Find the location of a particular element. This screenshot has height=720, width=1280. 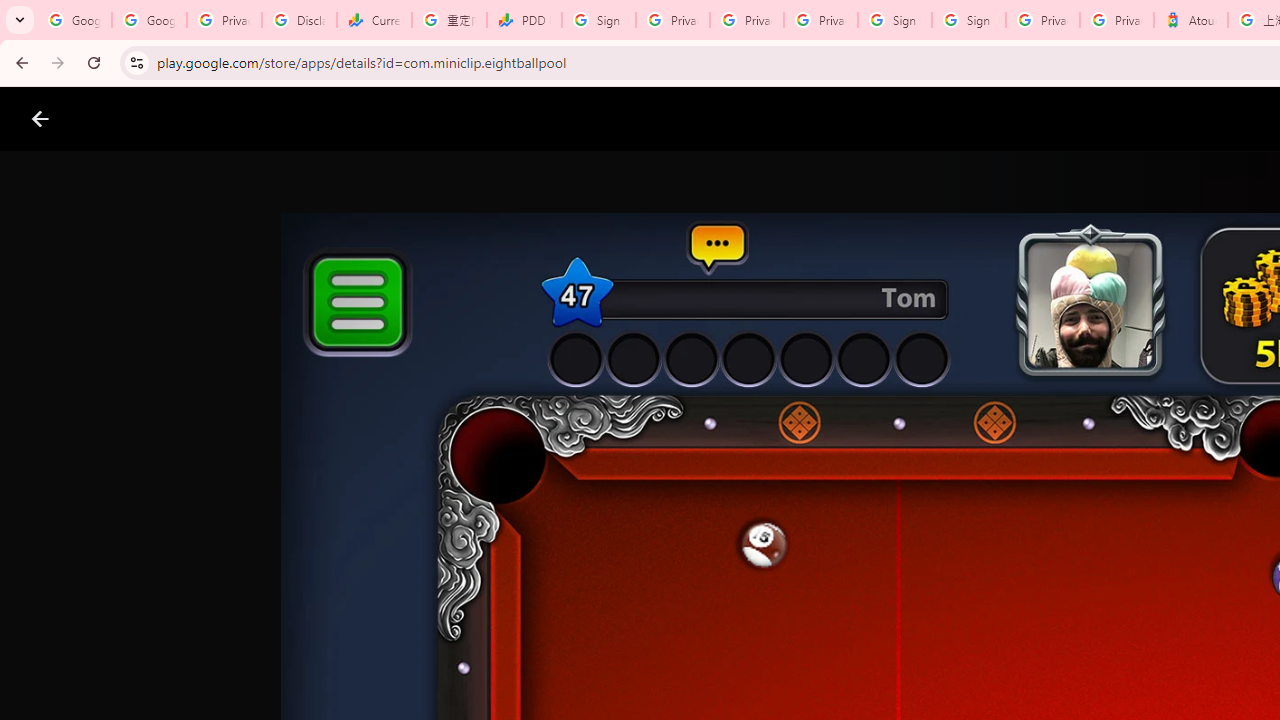

'Atour Hotel - Google hotels' is located at coordinates (1191, 20).